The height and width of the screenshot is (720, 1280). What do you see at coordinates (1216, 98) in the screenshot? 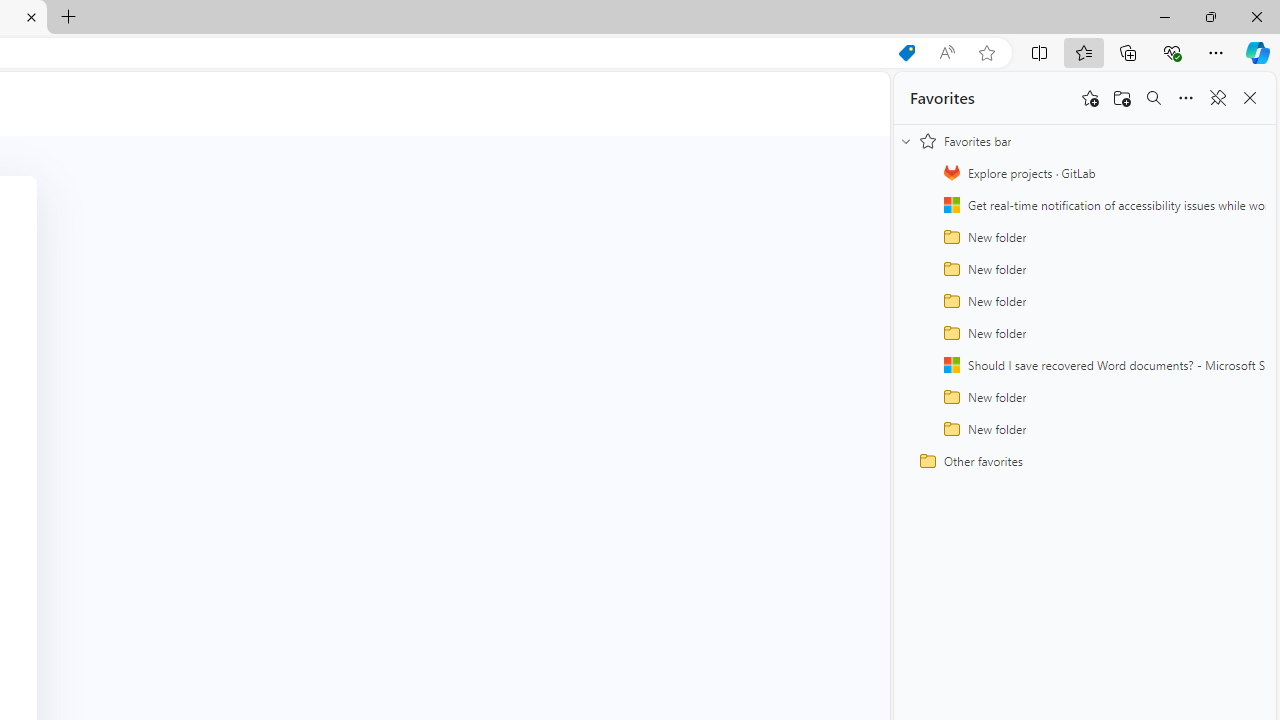
I see `'Unpin favorites'` at bounding box center [1216, 98].